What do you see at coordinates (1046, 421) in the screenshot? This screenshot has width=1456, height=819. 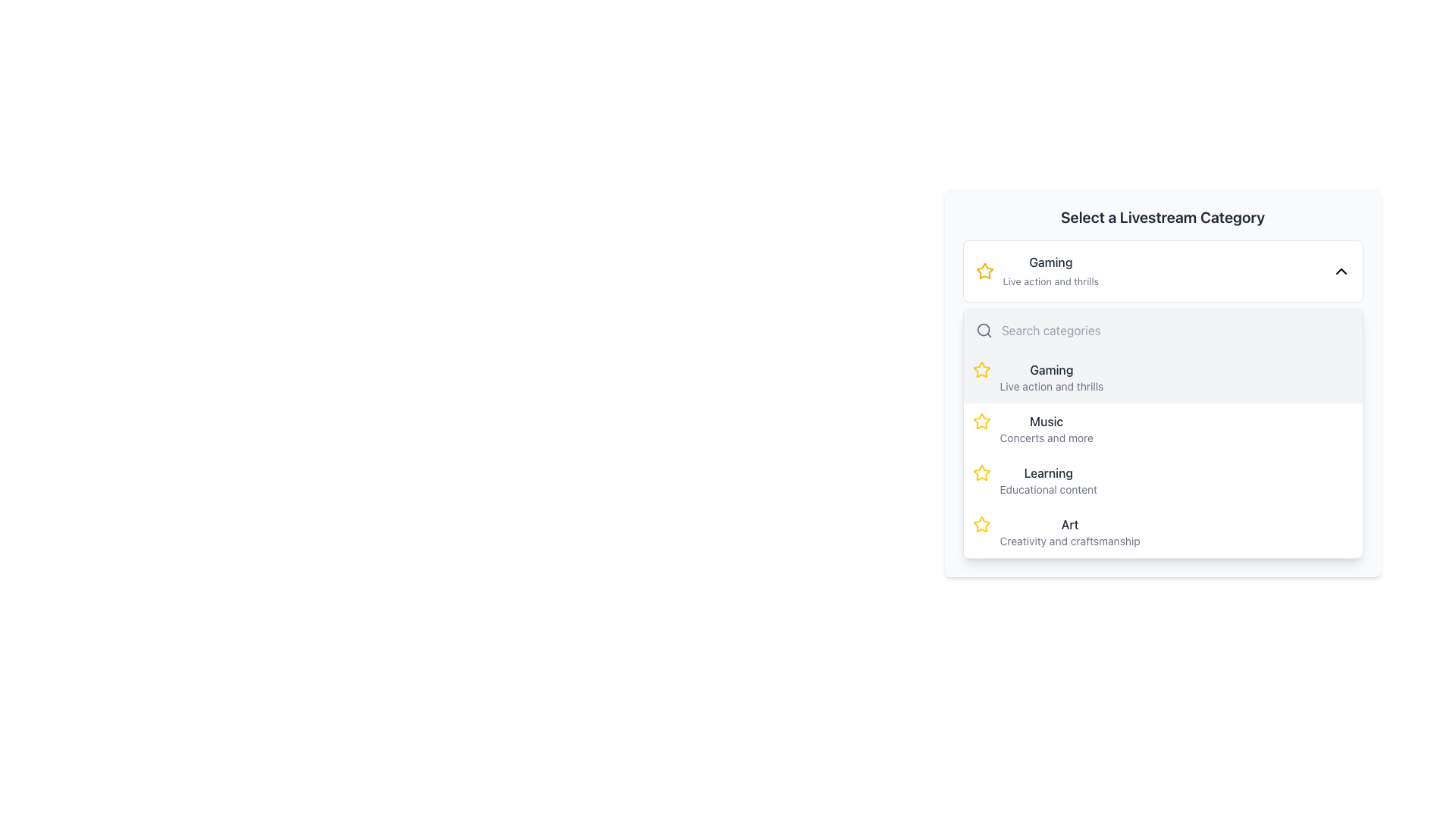 I see `the 'Music' text label which serves as the primary title for the entry in the 'Select a Livestream Category' section, positioned between 'Gaming' and 'Learning'` at bounding box center [1046, 421].